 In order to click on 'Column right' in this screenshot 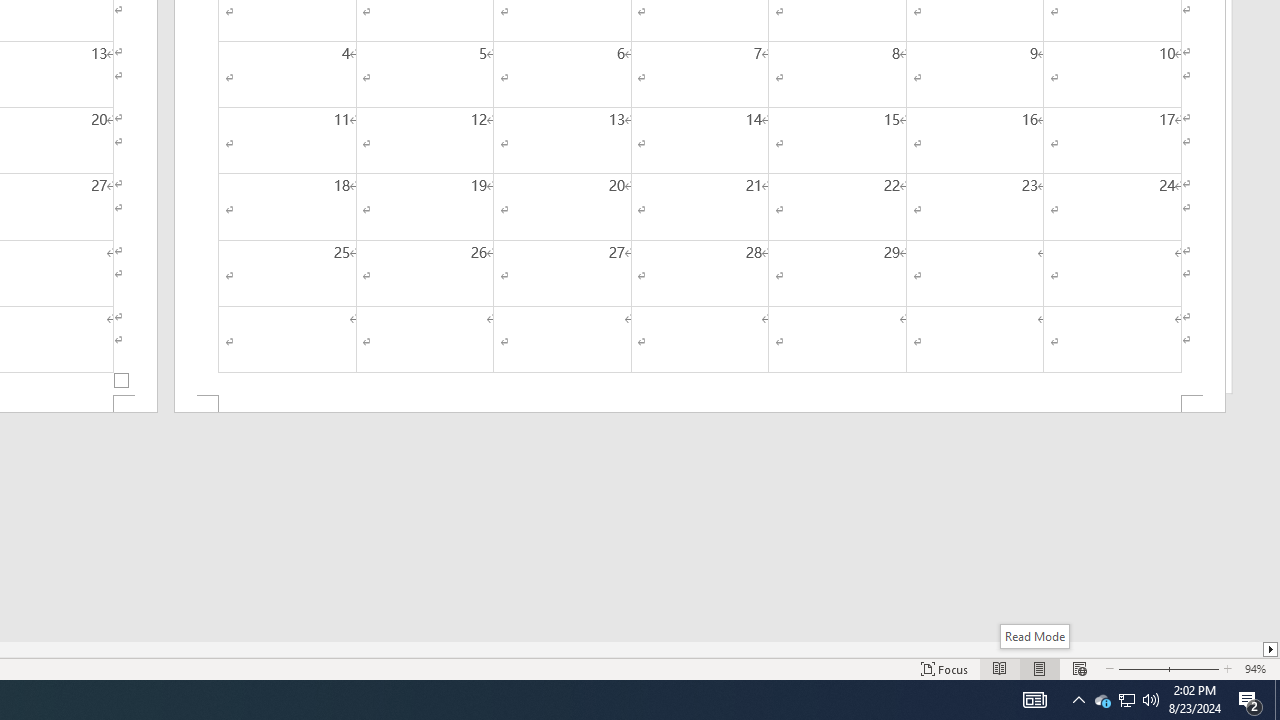, I will do `click(1270, 649)`.